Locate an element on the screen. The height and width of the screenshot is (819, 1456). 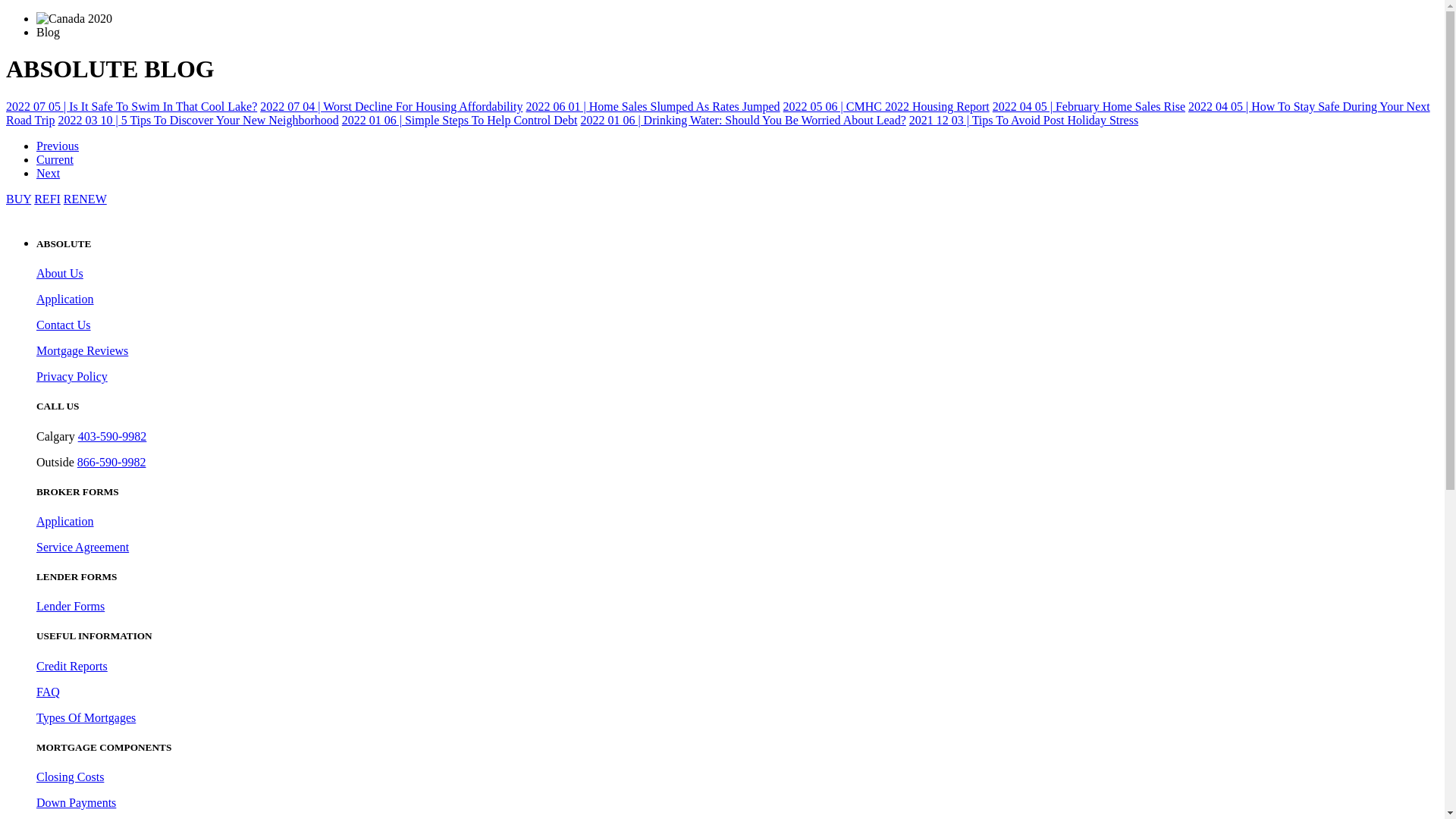
'Lender Forms' is located at coordinates (69, 605).